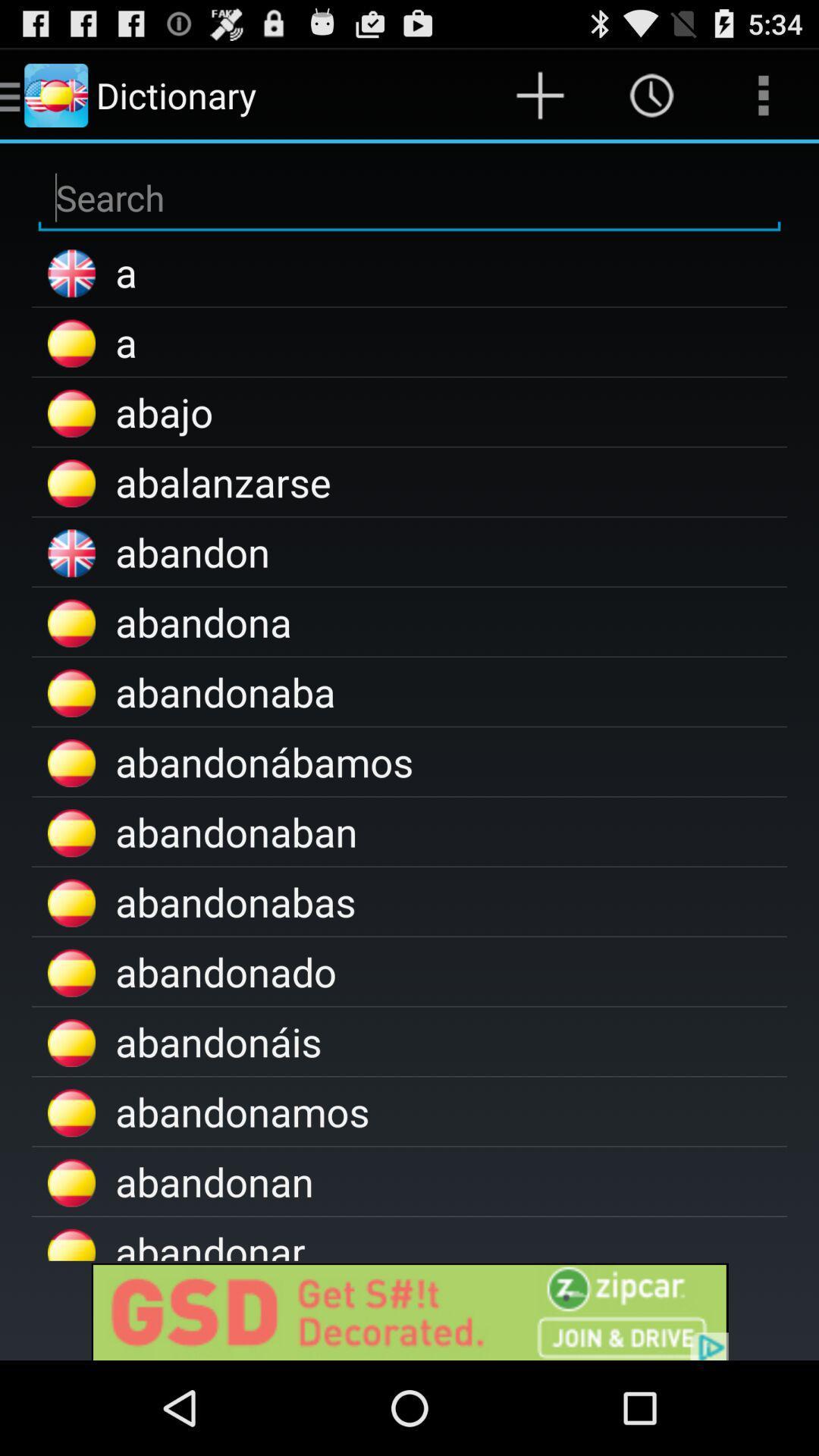 Image resolution: width=819 pixels, height=1456 pixels. I want to click on search term, so click(409, 197).